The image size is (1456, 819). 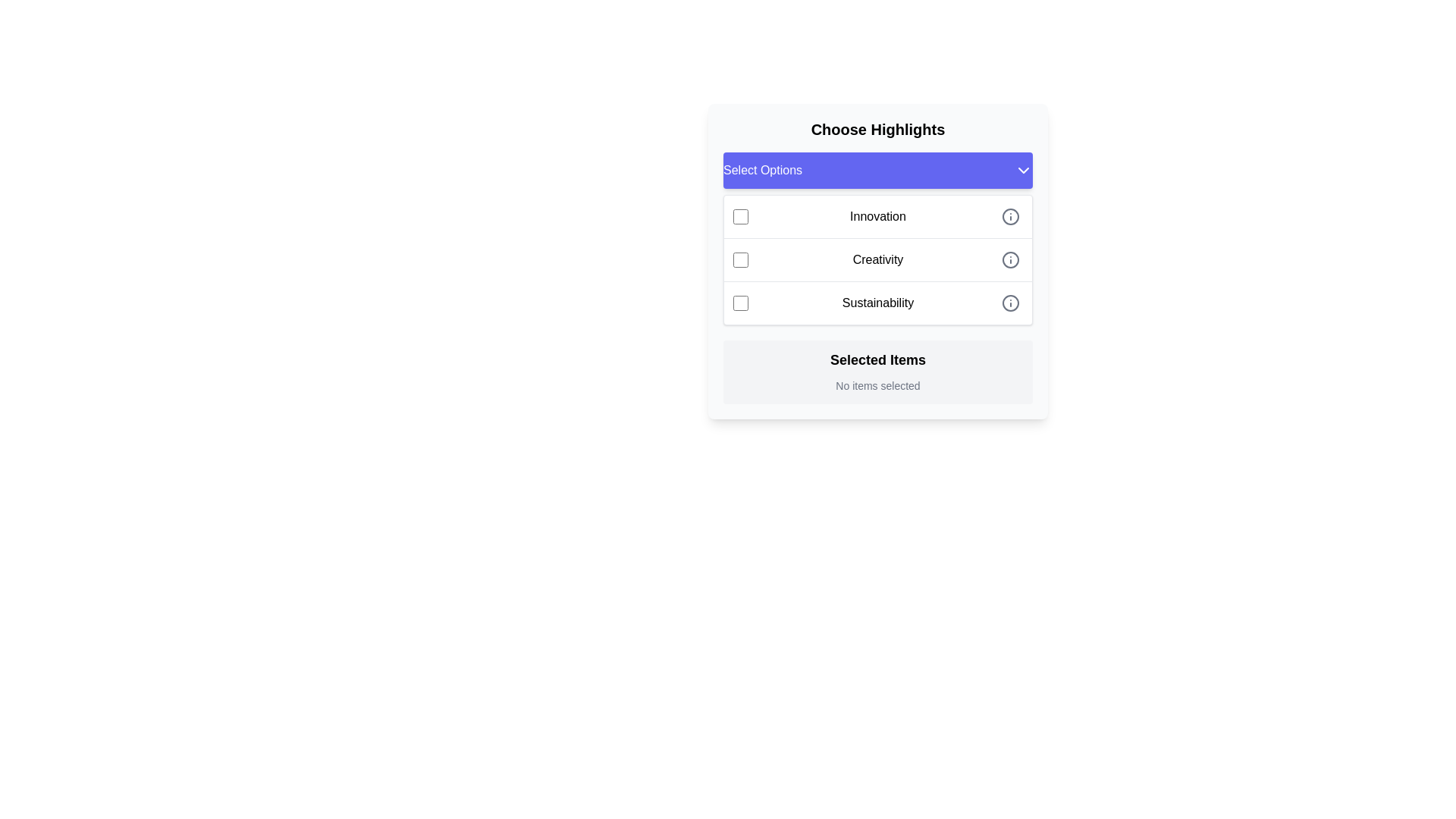 I want to click on the circular icon with a gray outer border and a dot in the center, located to the right of the text 'Innovation', so click(x=1011, y=216).